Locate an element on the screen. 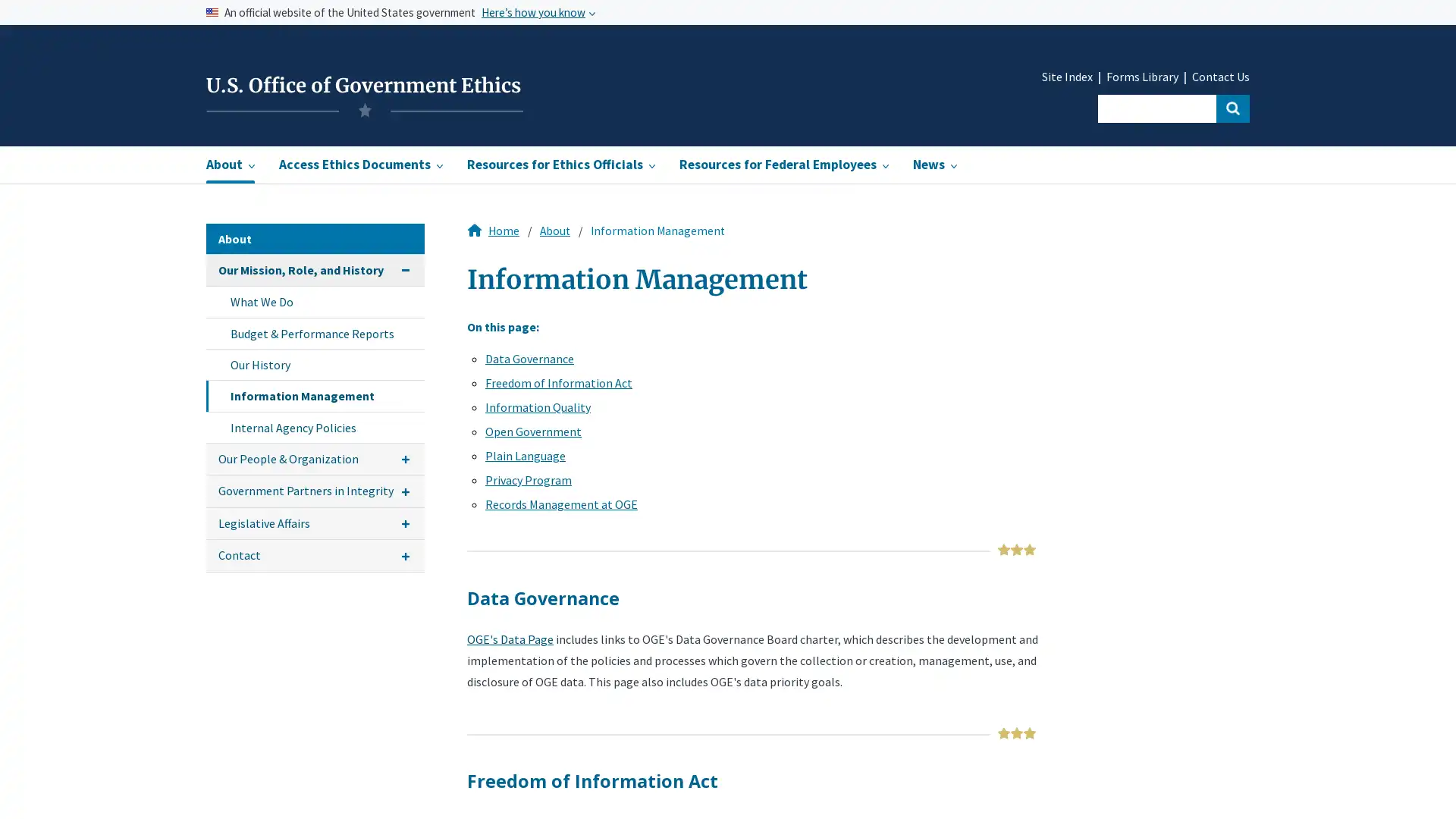 This screenshot has width=1456, height=819. Search is located at coordinates (1232, 107).